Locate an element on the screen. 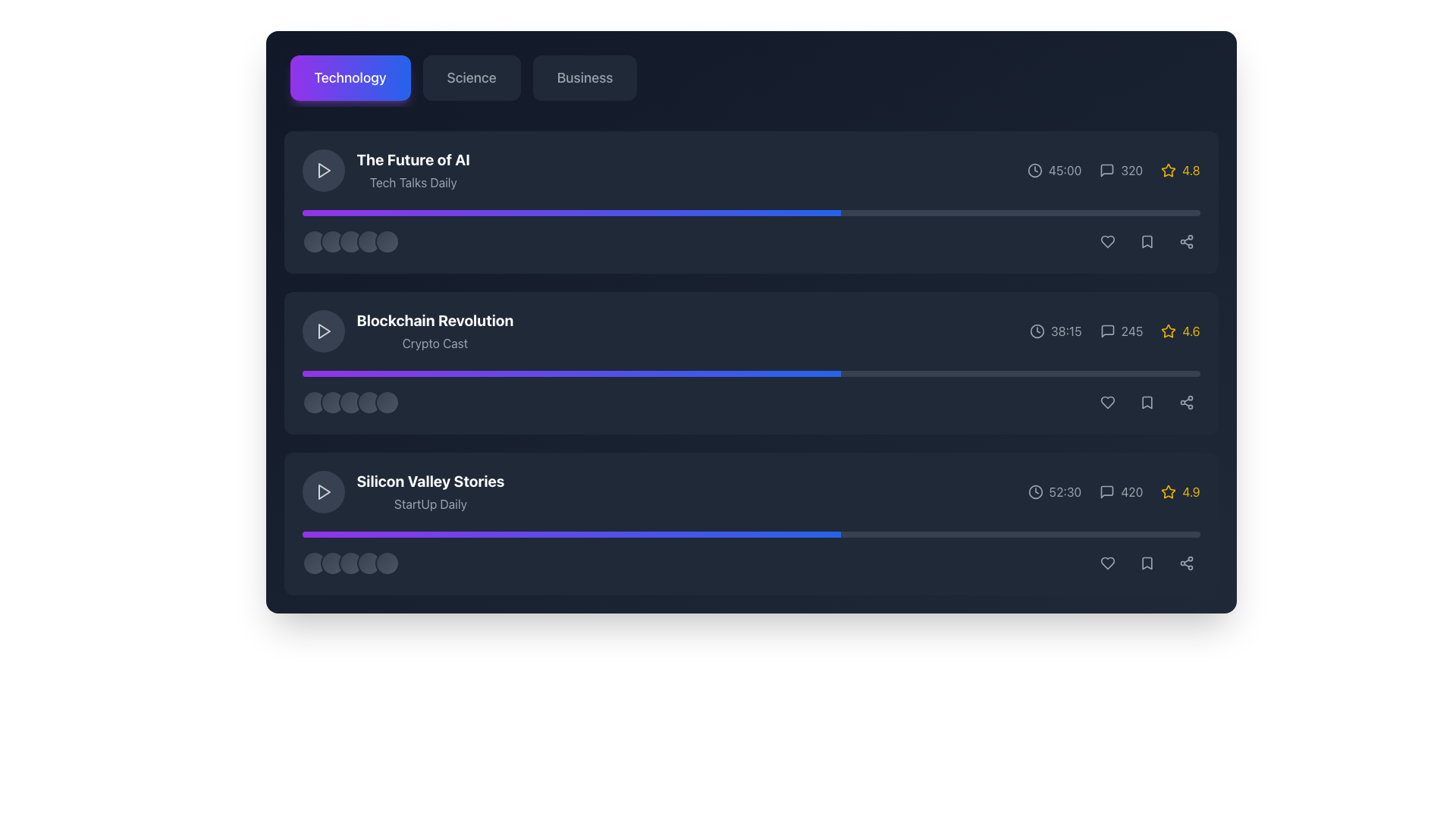 This screenshot has width=1456, height=819. the second button in the navigation tab that filters or displays content related to science, located between the 'Technology' and 'Business' buttons is located at coordinates (471, 78).